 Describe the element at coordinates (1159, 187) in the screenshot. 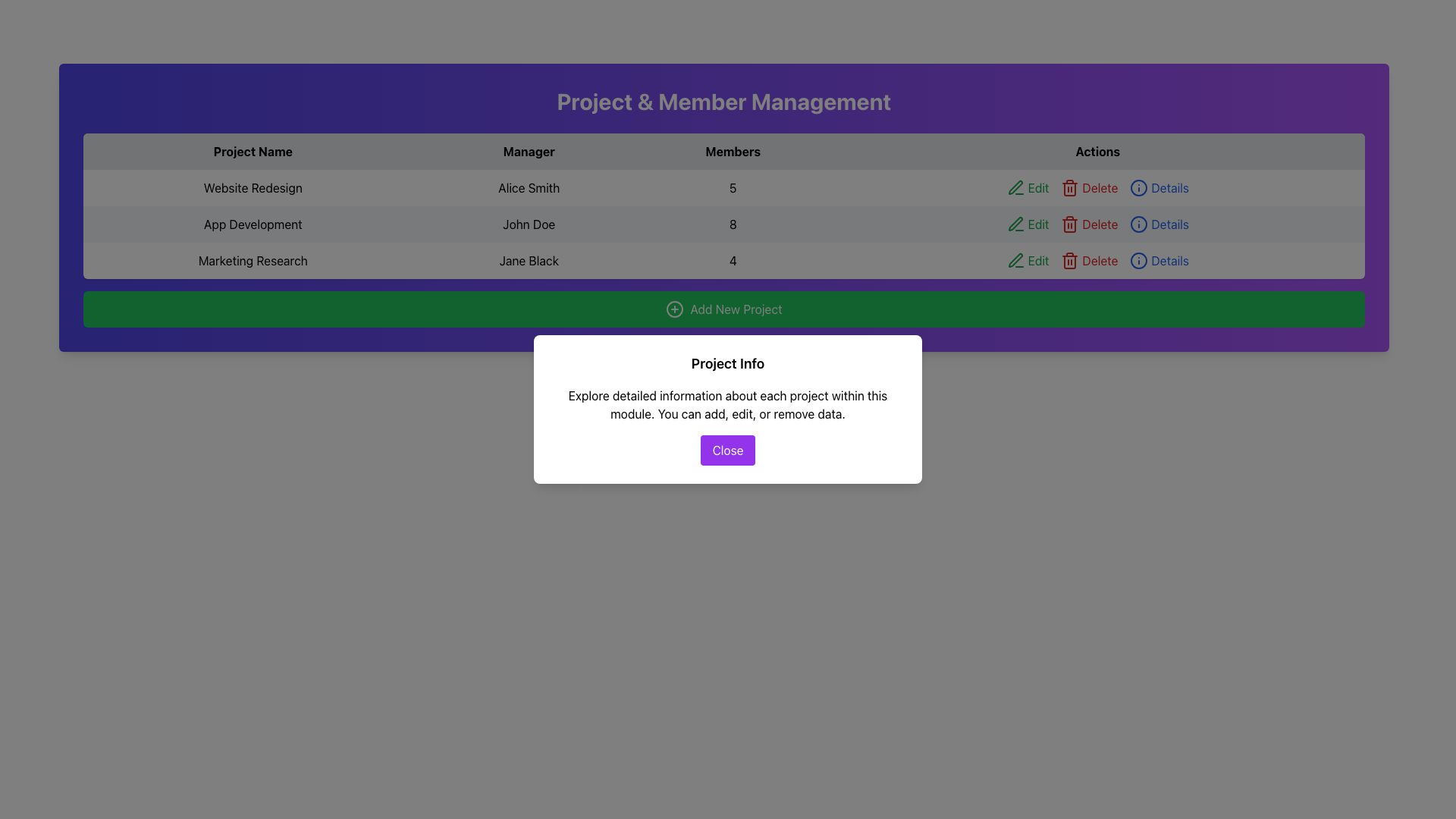

I see `the 'Details' button located in the third column of the table's third row` at that location.